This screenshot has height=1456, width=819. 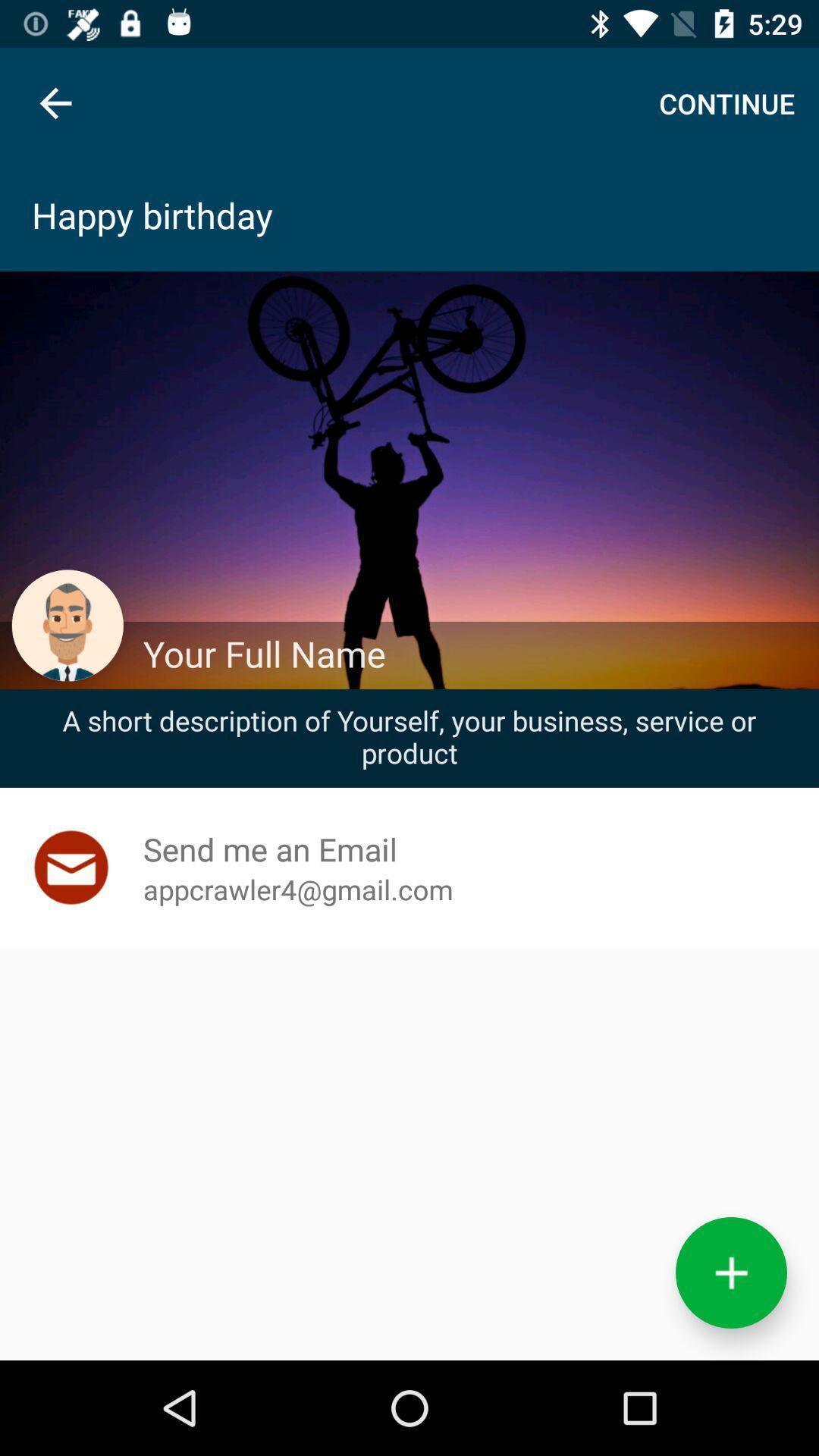 I want to click on the a short description item, so click(x=409, y=736).